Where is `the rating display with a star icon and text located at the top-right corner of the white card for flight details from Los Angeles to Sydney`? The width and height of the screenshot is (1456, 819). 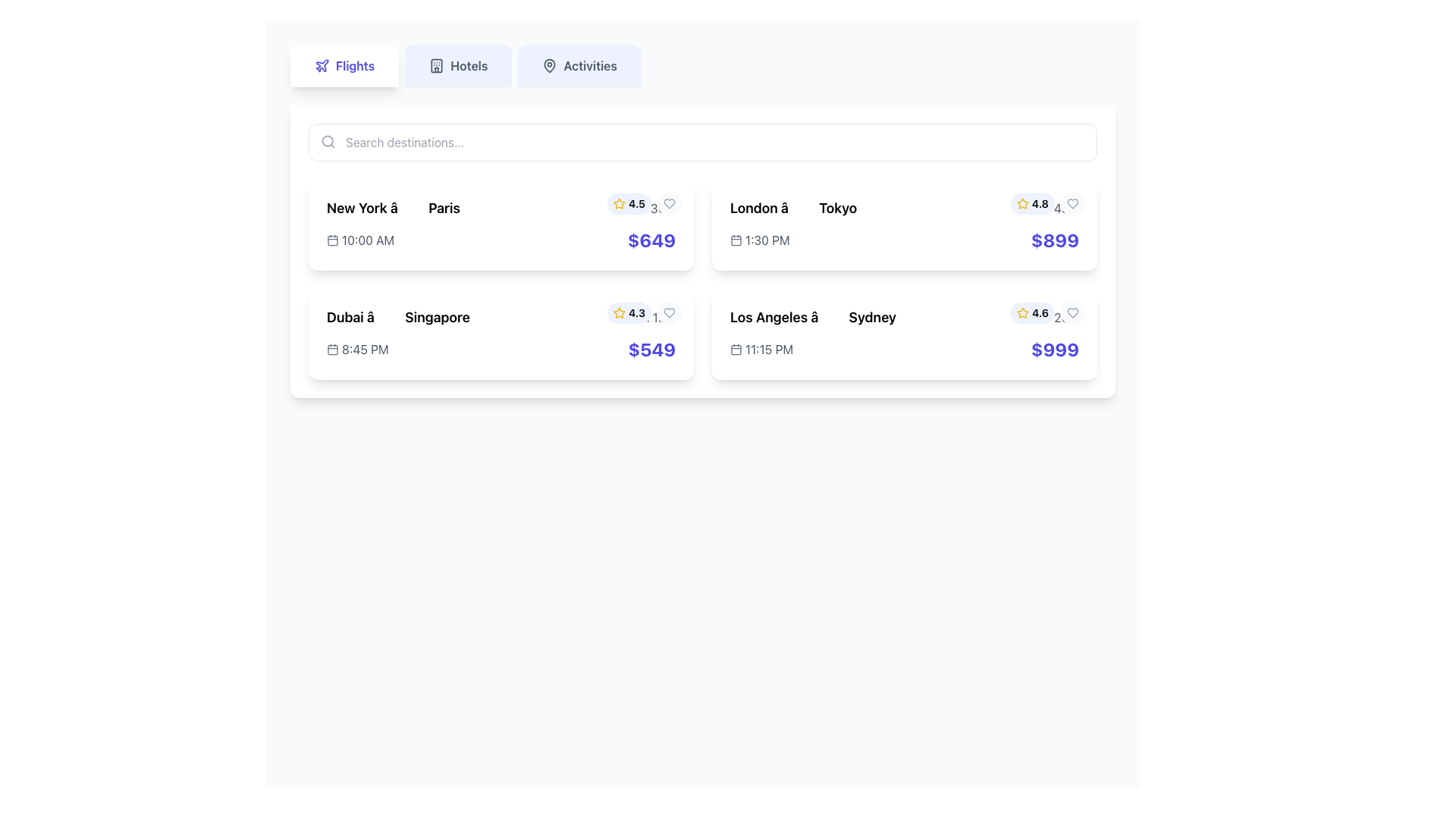
the rating display with a star icon and text located at the top-right corner of the white card for flight details from Los Angeles to Sydney is located at coordinates (1047, 312).